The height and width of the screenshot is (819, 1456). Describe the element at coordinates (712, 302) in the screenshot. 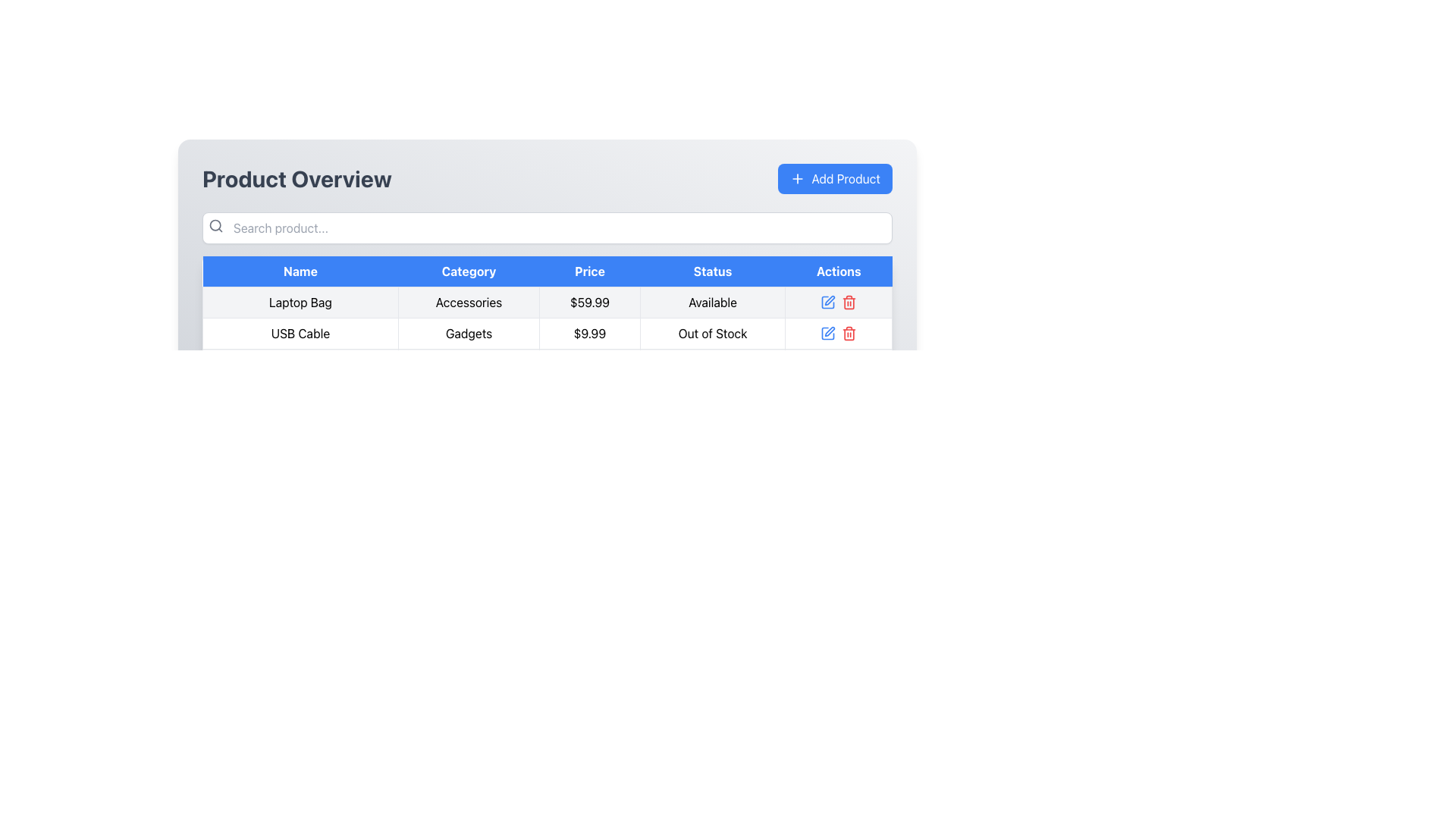

I see `the 'Available' text label in the Status column of the Laptop Bag product entry to read its value` at that location.